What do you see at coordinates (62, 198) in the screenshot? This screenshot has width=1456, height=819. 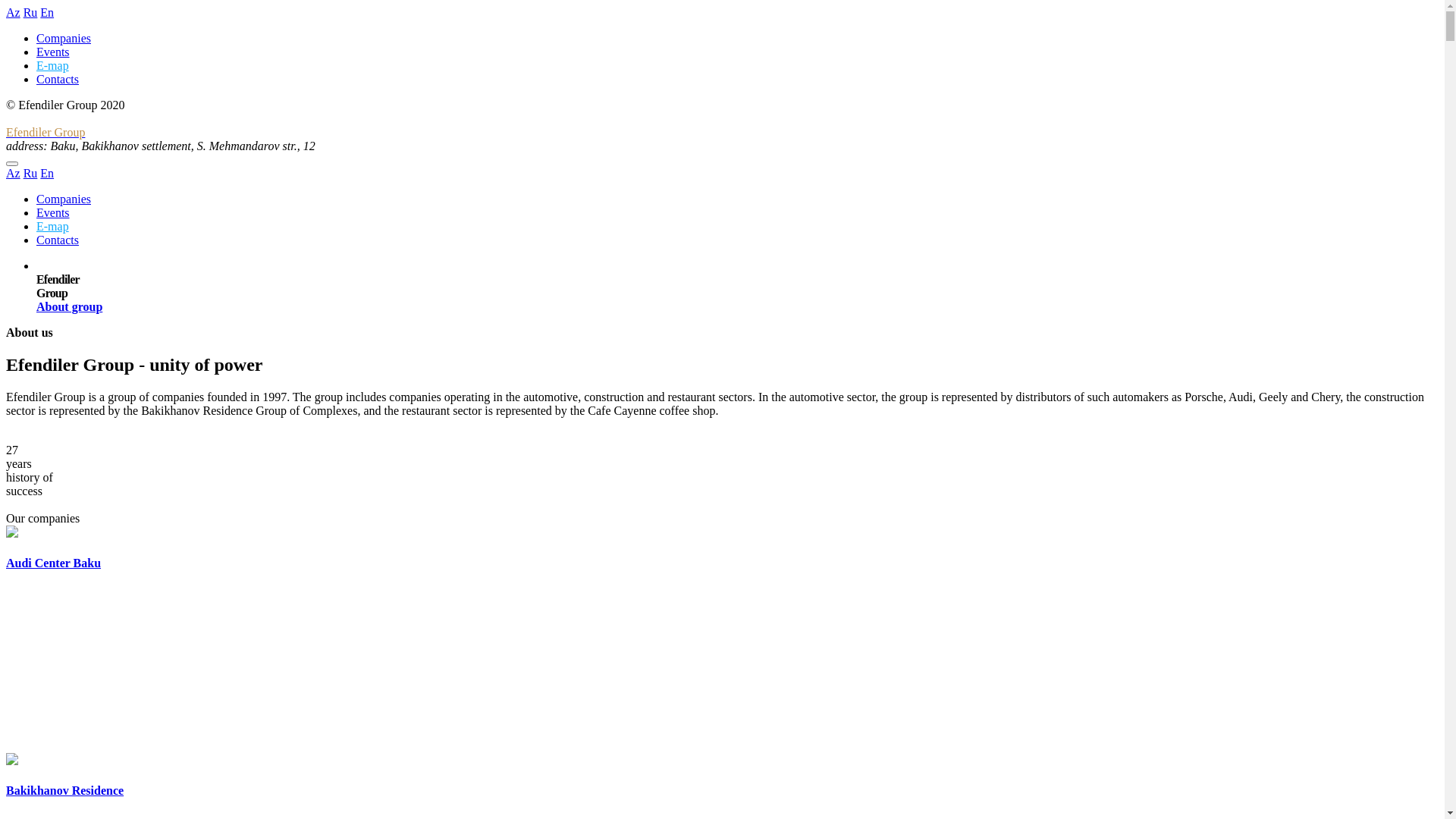 I see `'Companies'` at bounding box center [62, 198].